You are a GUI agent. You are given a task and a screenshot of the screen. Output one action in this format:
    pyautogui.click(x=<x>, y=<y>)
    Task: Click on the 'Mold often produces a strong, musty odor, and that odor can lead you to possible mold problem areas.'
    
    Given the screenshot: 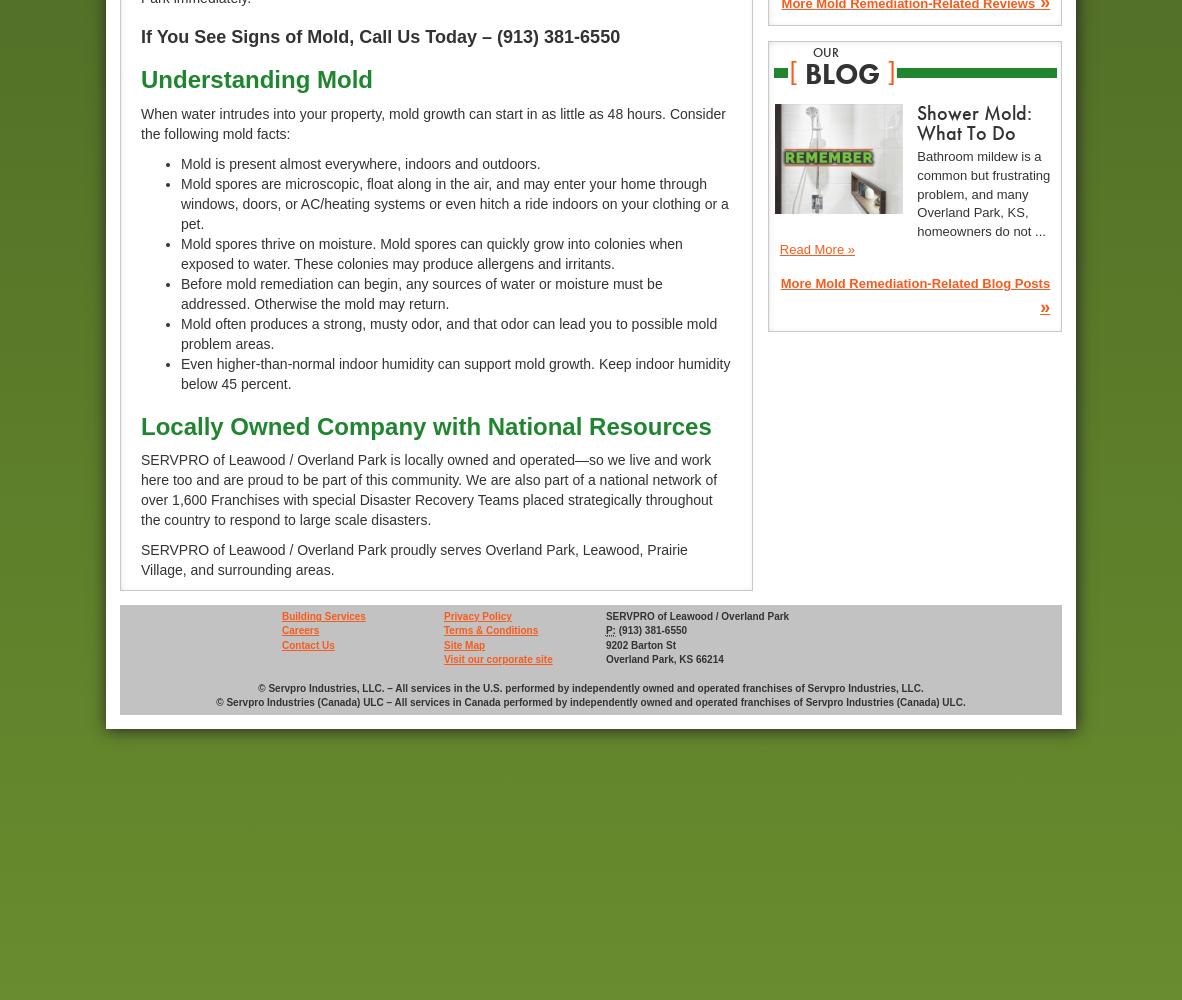 What is the action you would take?
    pyautogui.click(x=180, y=332)
    